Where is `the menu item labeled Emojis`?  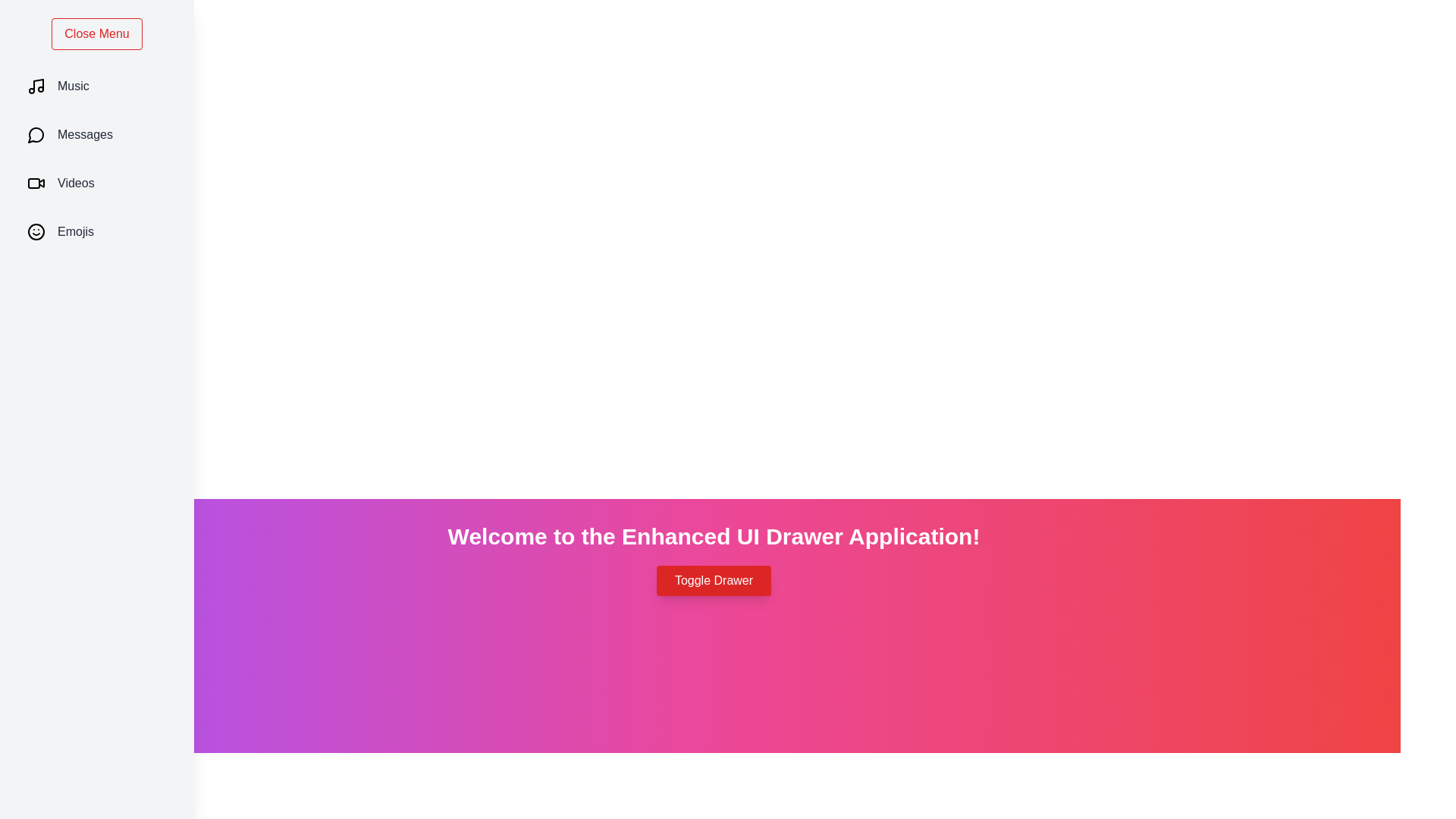
the menu item labeled Emojis is located at coordinates (96, 231).